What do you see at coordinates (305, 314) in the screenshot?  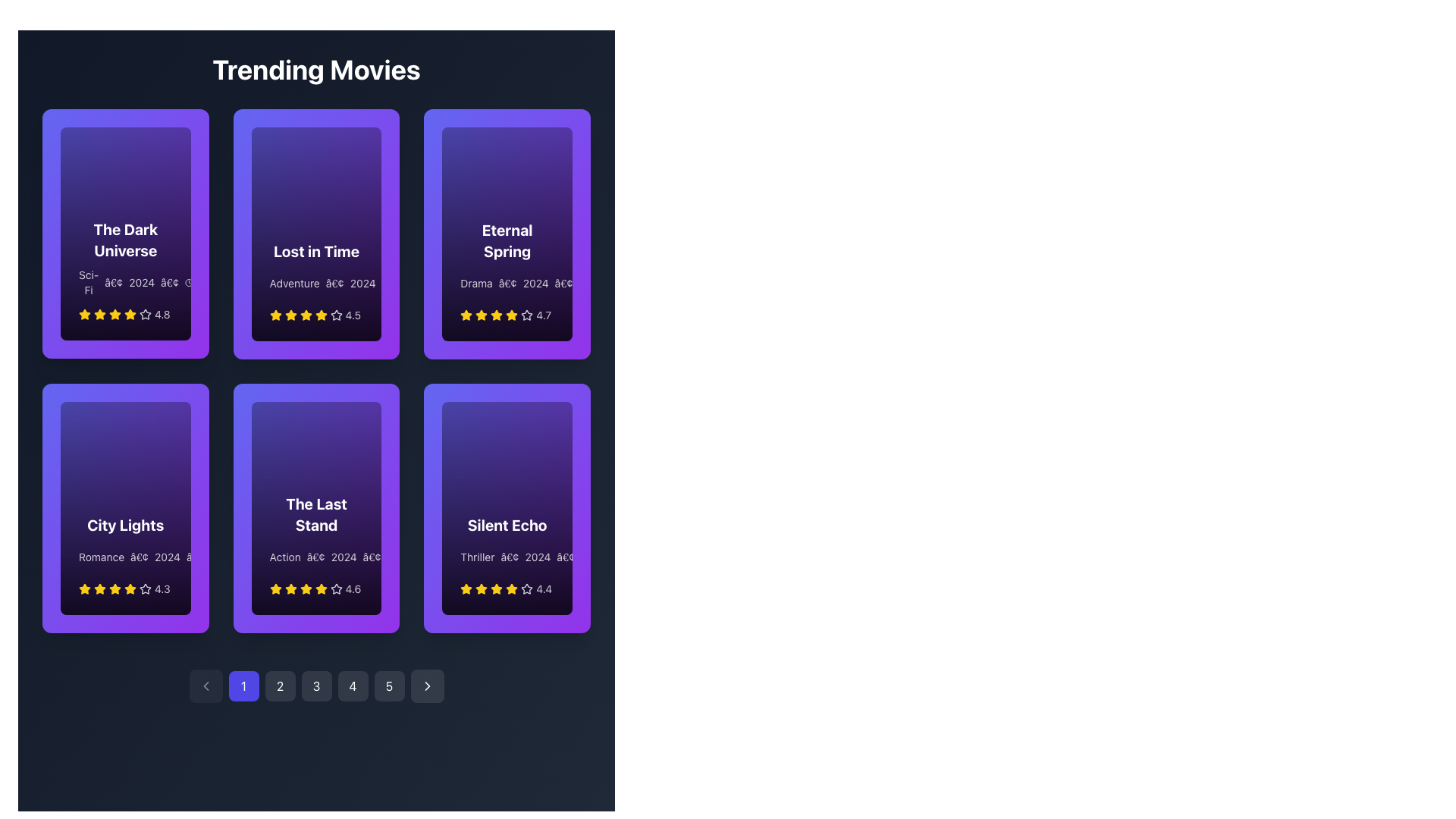 I see `the fourth yellow star icon in the 5-star rating system for the 'Lost in Time' movie card` at bounding box center [305, 314].